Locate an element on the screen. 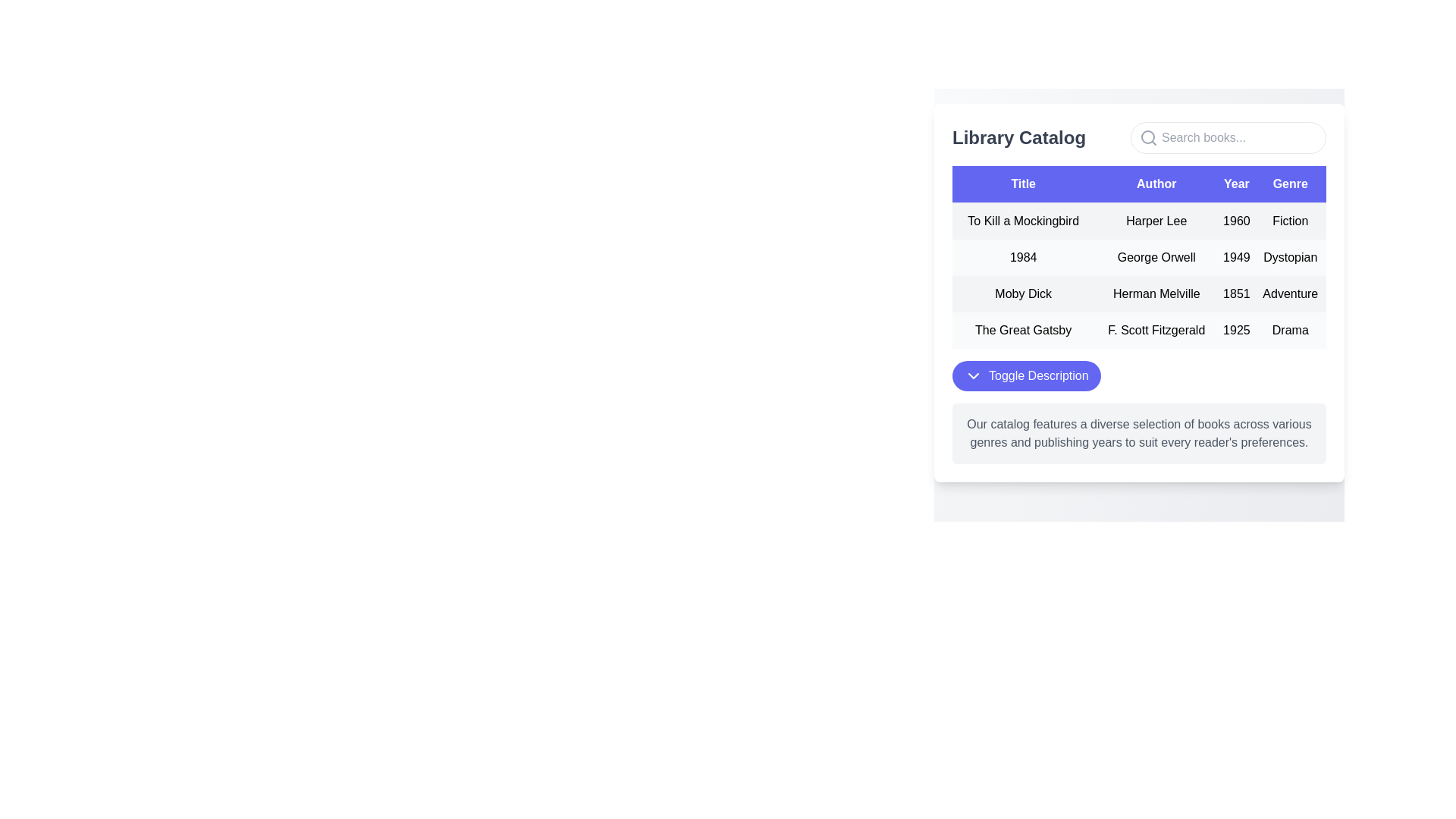 The image size is (1456, 819). the search icon located in the 'Library Catalog' header bar, which is positioned at the top of the section and includes a search entry field beside the label is located at coordinates (1139, 137).